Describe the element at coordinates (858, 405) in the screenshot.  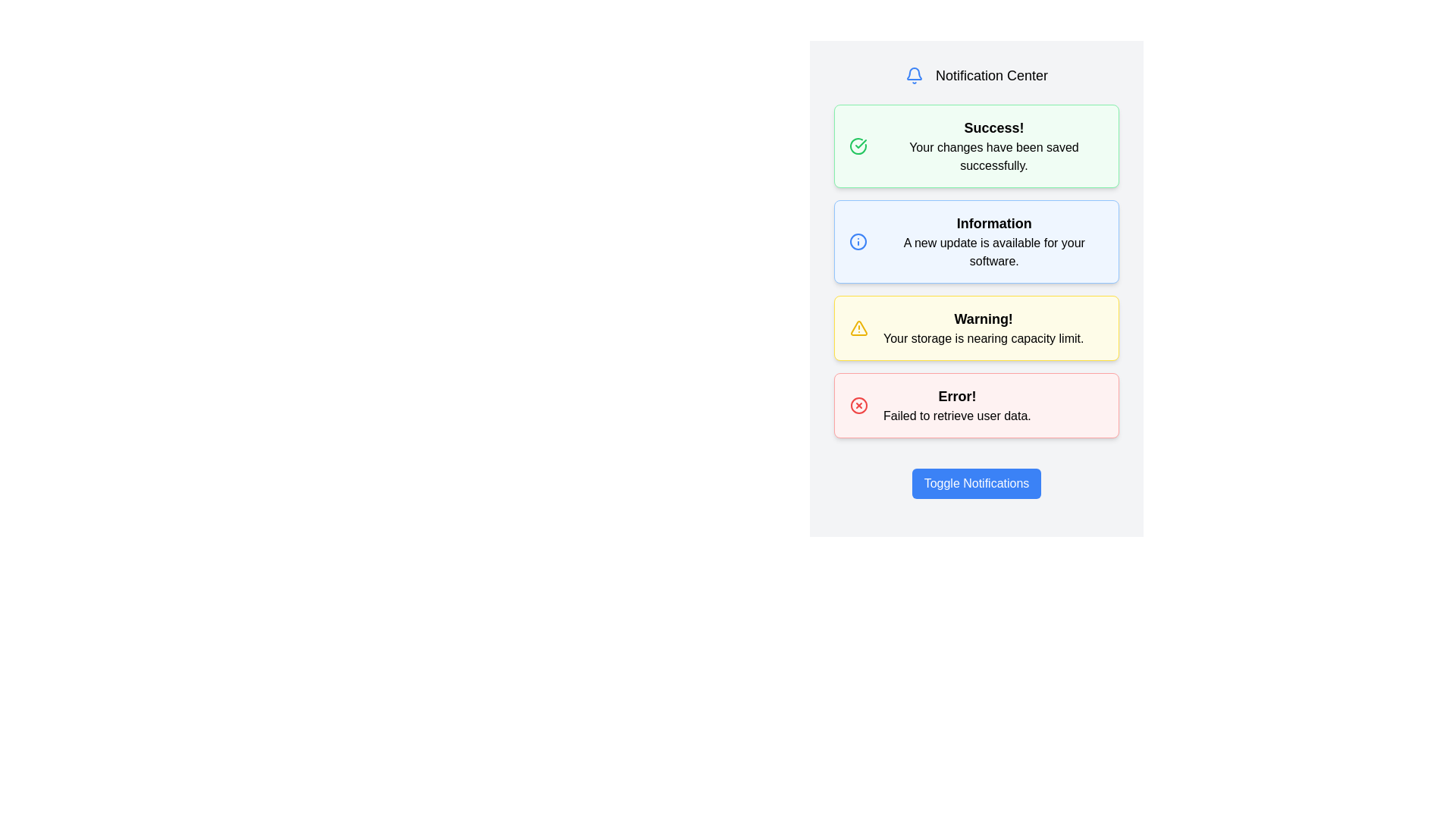
I see `the error icon located in the fourth notification box from the top, which is colored red and contains the text 'Error! Failed to retrieve user data.'` at that location.